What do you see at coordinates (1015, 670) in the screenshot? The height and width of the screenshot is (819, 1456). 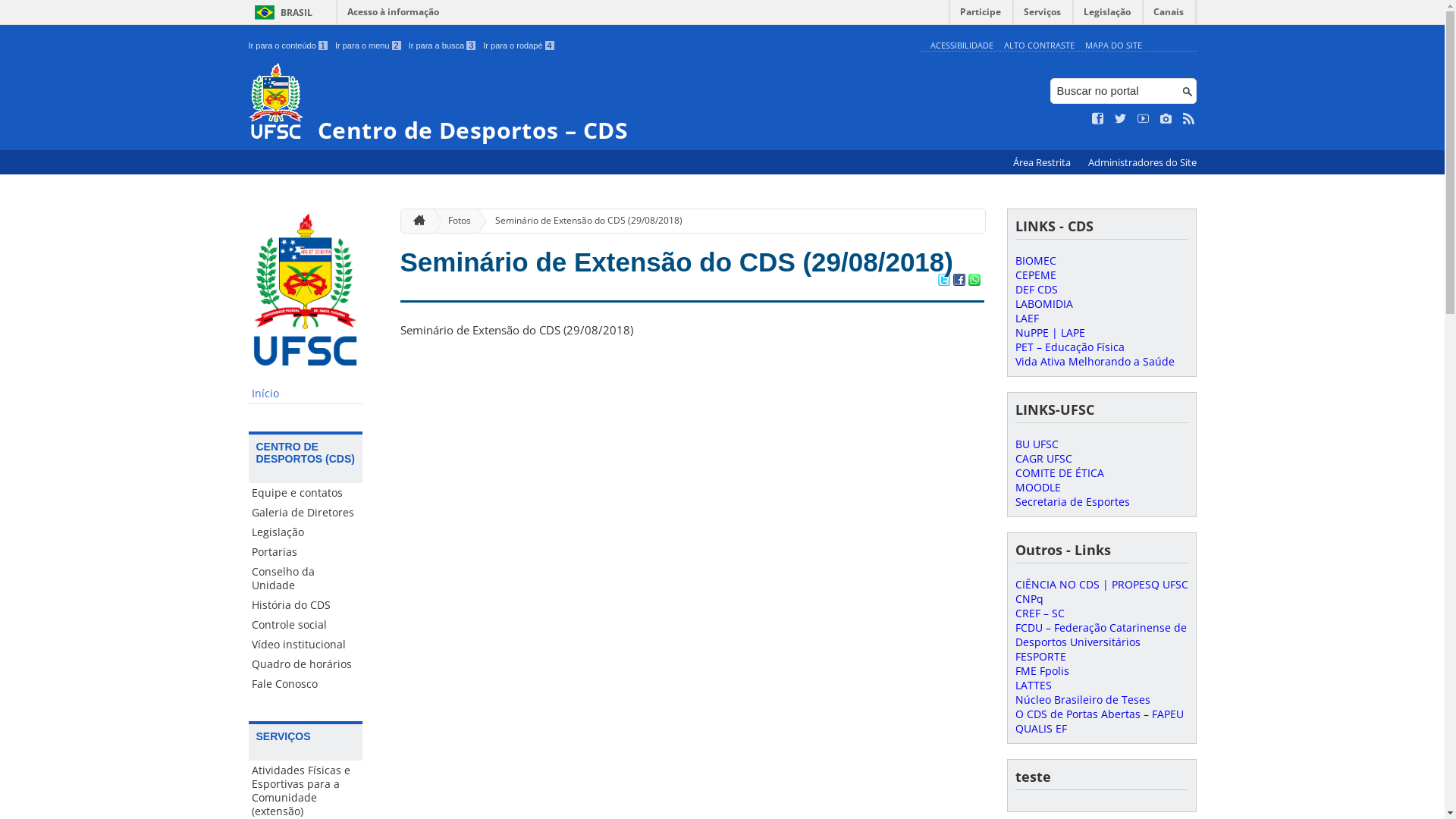 I see `'FME Fpolis'` at bounding box center [1015, 670].